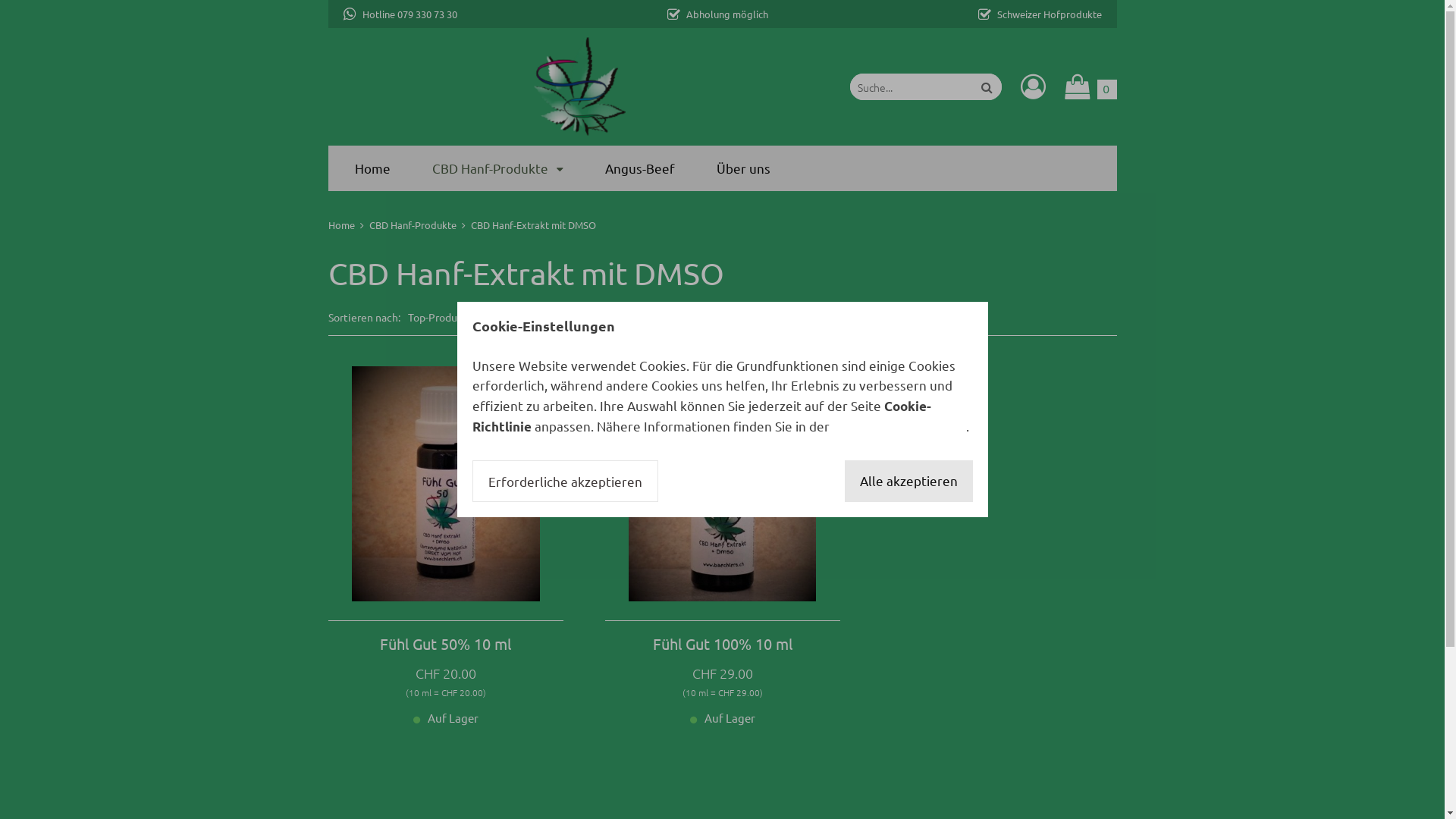 The height and width of the screenshot is (819, 1456). What do you see at coordinates (1063, 86) in the screenshot?
I see `'Warenkorb anzeigen. Sie haben 0 Artikel im Warenkorb.` at bounding box center [1063, 86].